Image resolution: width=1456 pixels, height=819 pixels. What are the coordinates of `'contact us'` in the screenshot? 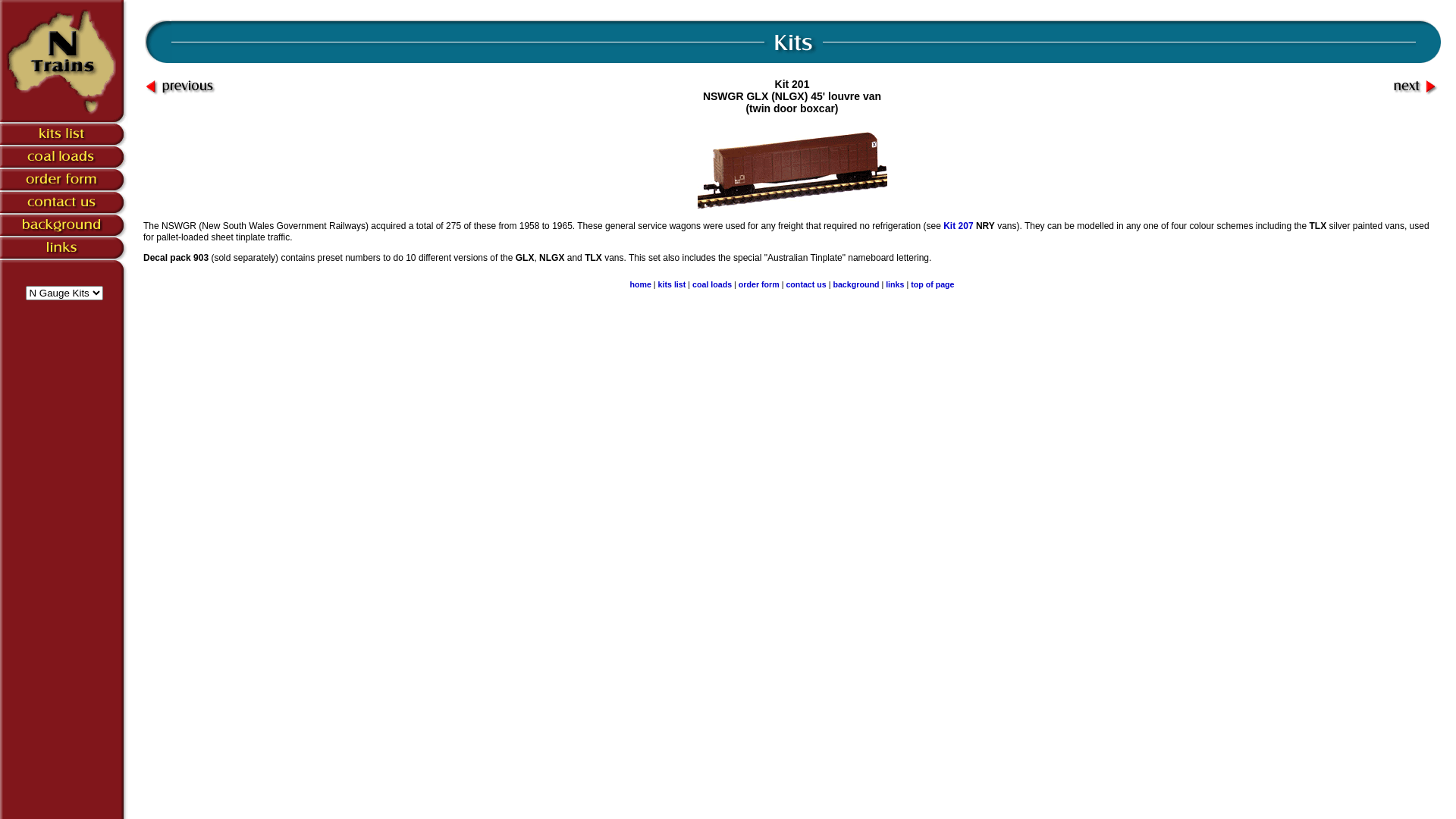 It's located at (805, 284).